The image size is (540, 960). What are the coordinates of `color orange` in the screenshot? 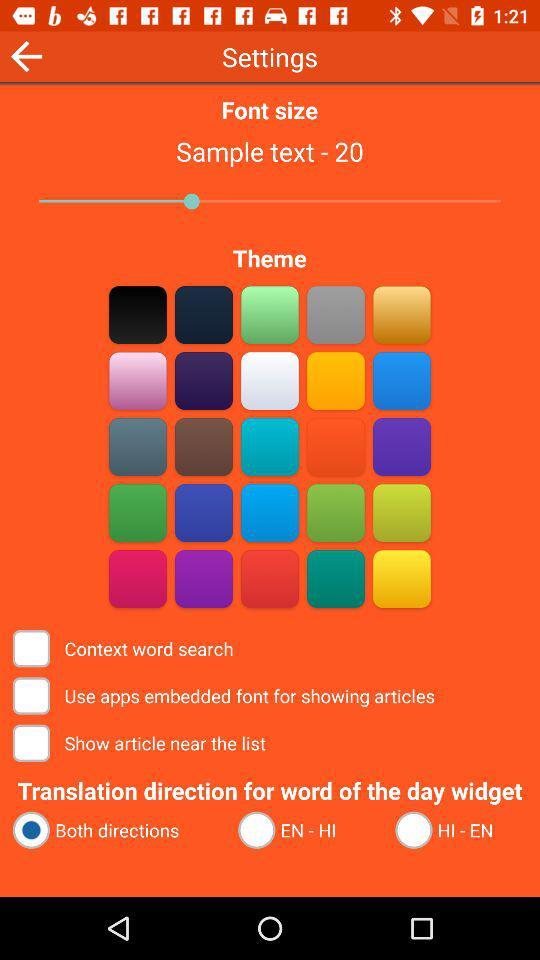 It's located at (401, 314).